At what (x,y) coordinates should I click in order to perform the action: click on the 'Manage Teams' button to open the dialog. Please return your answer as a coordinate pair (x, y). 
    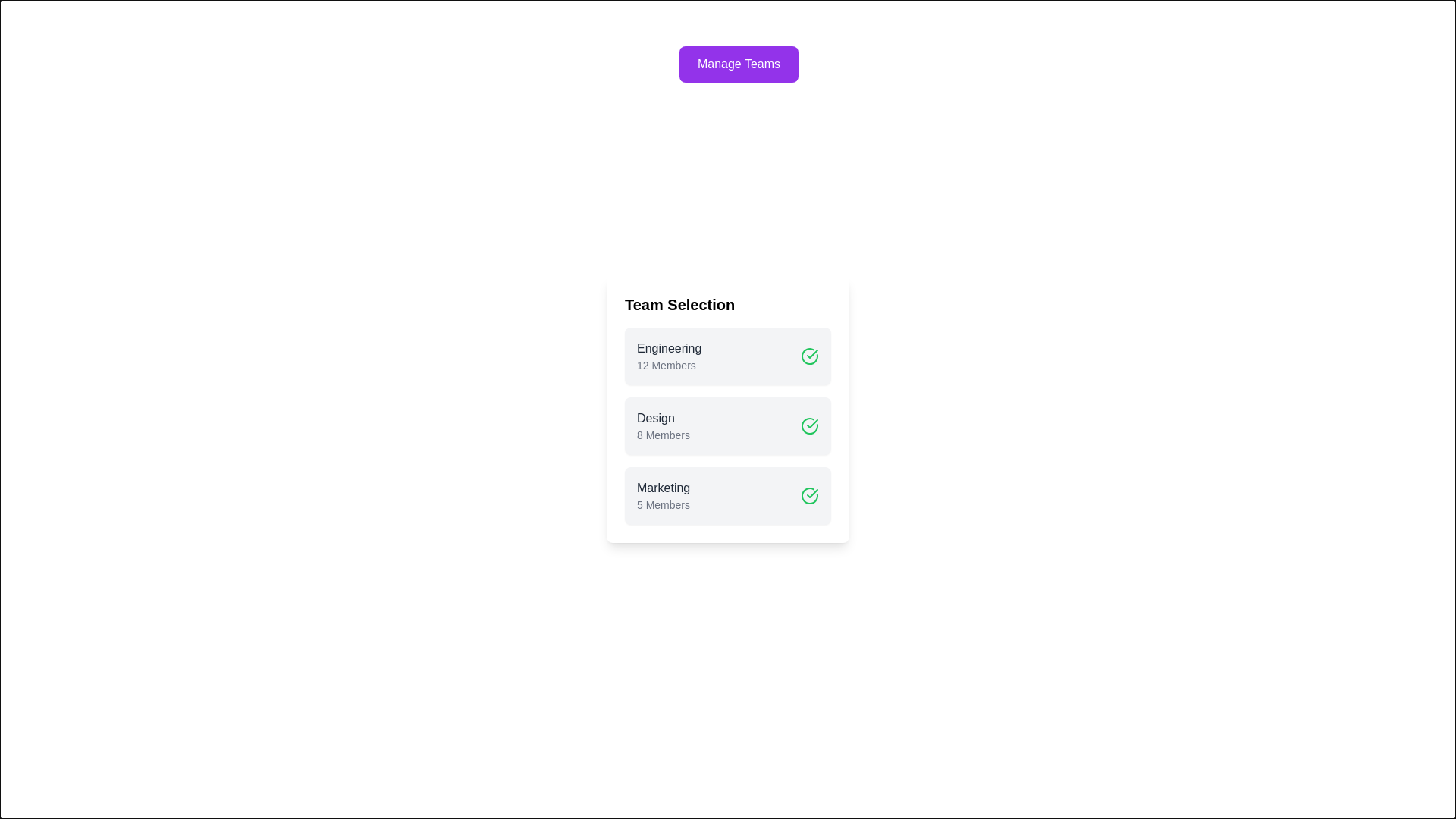
    Looking at the image, I should click on (739, 63).